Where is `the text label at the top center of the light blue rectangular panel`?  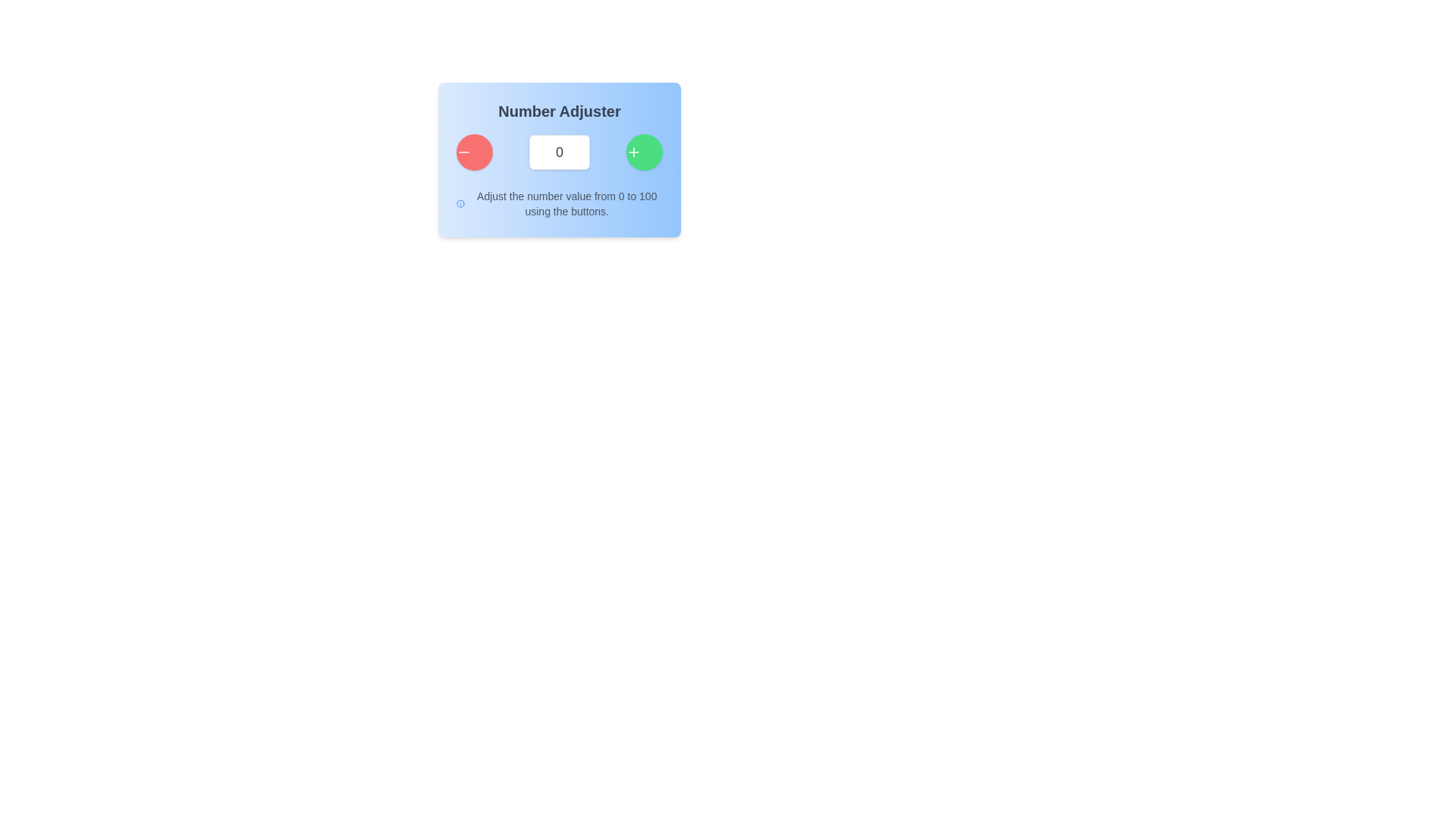 the text label at the top center of the light blue rectangular panel is located at coordinates (559, 110).